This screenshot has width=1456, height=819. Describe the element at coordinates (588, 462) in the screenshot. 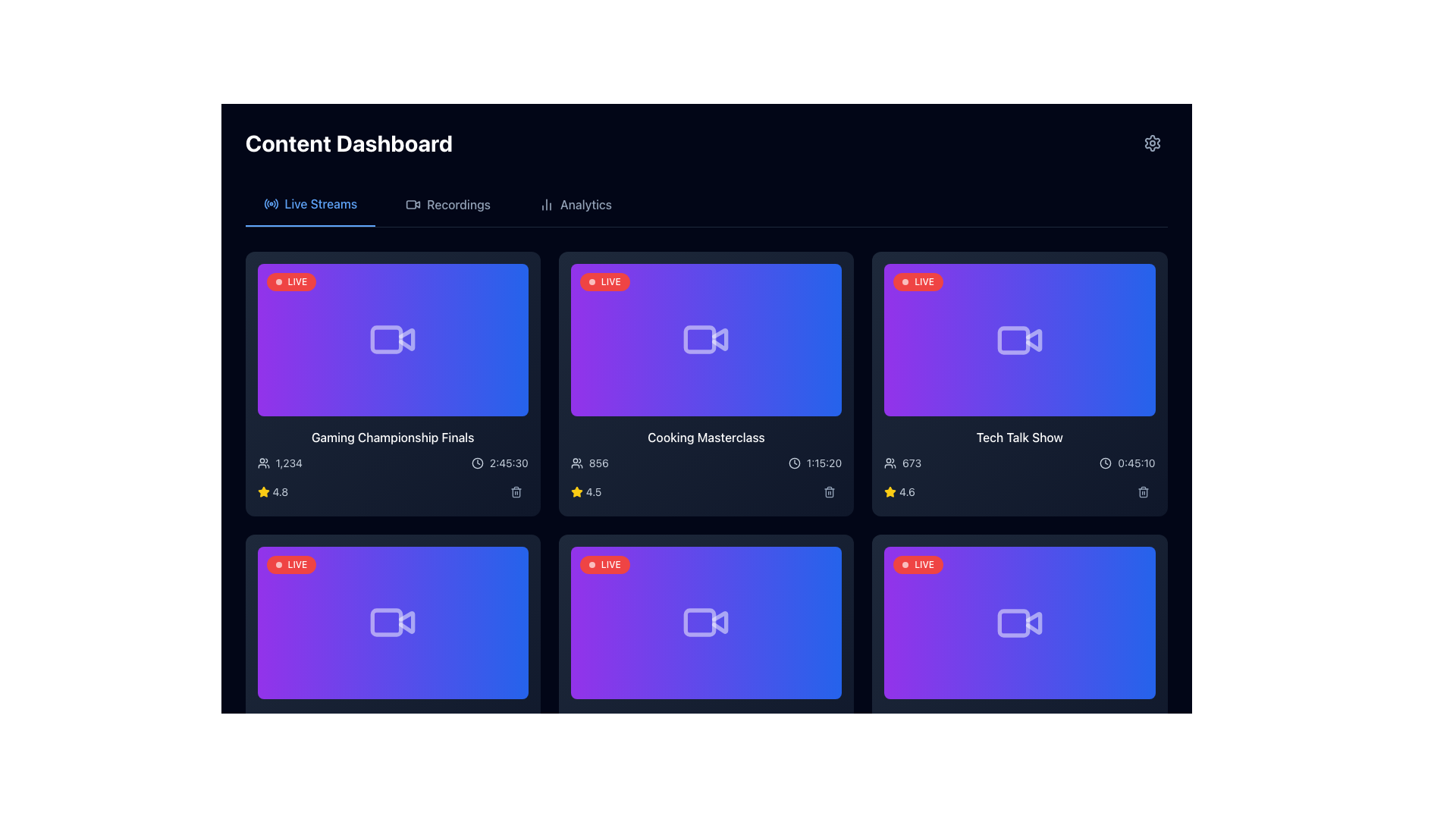

I see `the text label displaying the number '856', which indicates user statistics next to the user icon in the 'Cooking Masterclass' card` at that location.